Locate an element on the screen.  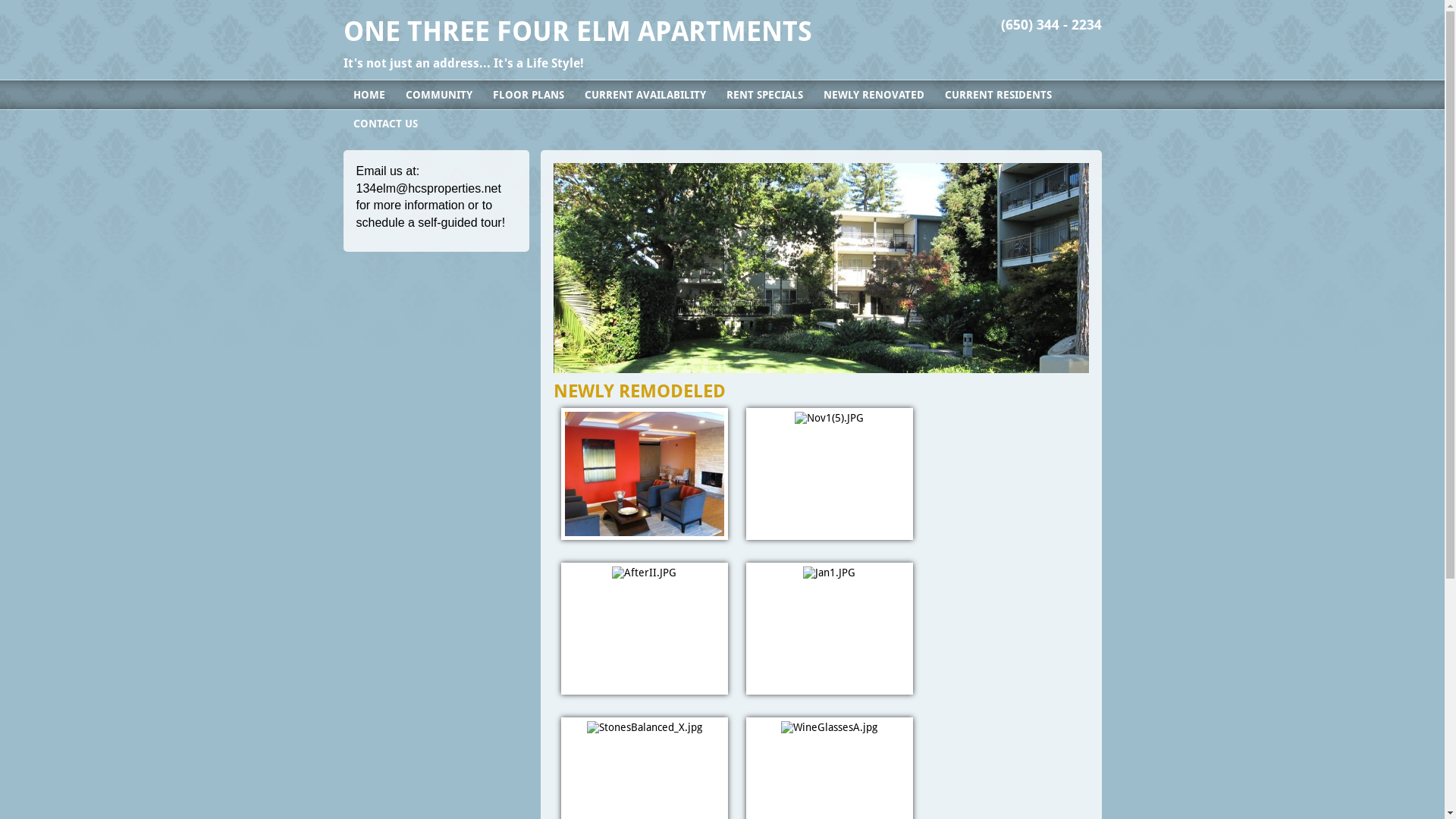
'CONTACT US' is located at coordinates (384, 122).